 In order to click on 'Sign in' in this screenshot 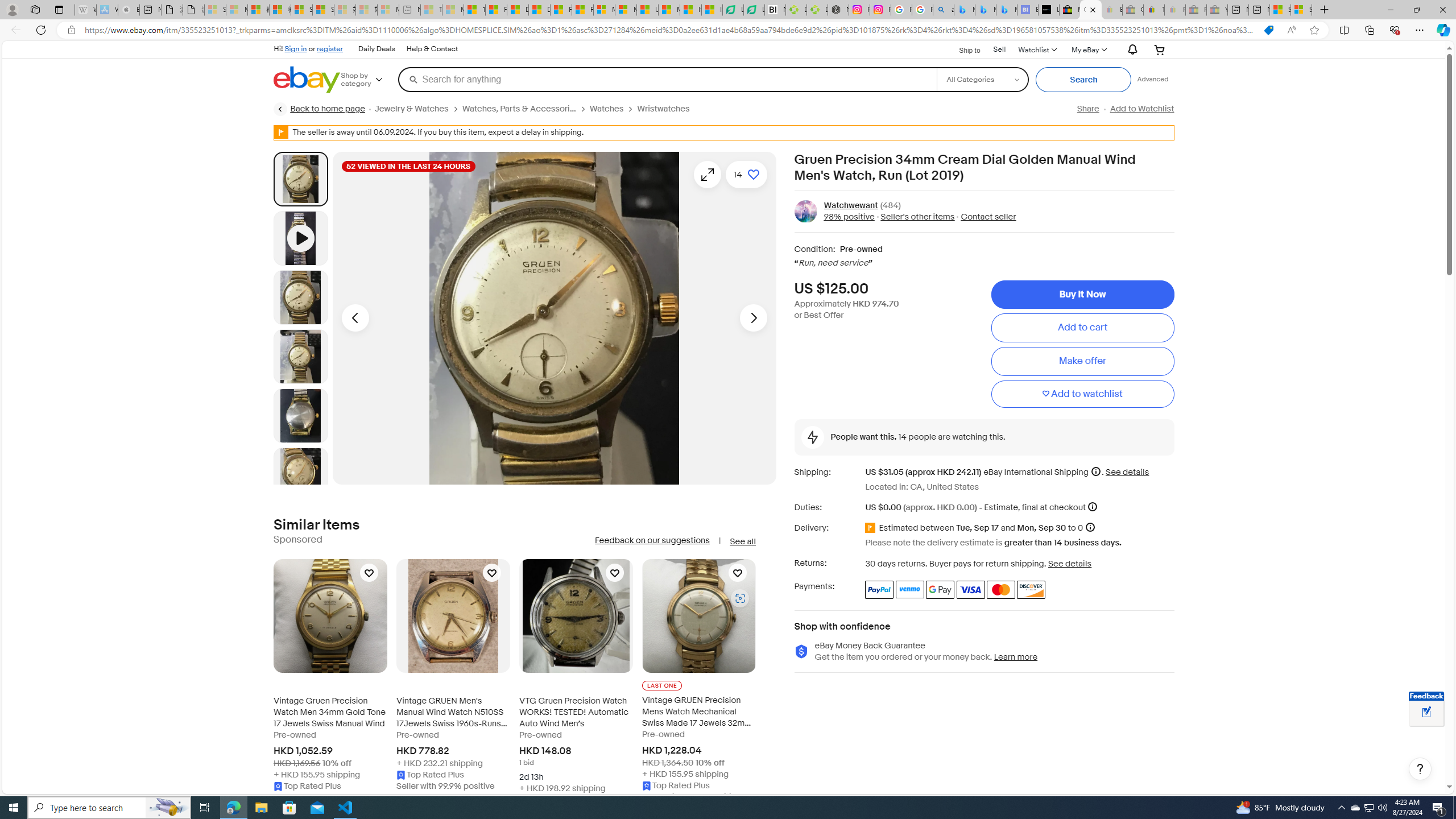, I will do `click(295, 48)`.